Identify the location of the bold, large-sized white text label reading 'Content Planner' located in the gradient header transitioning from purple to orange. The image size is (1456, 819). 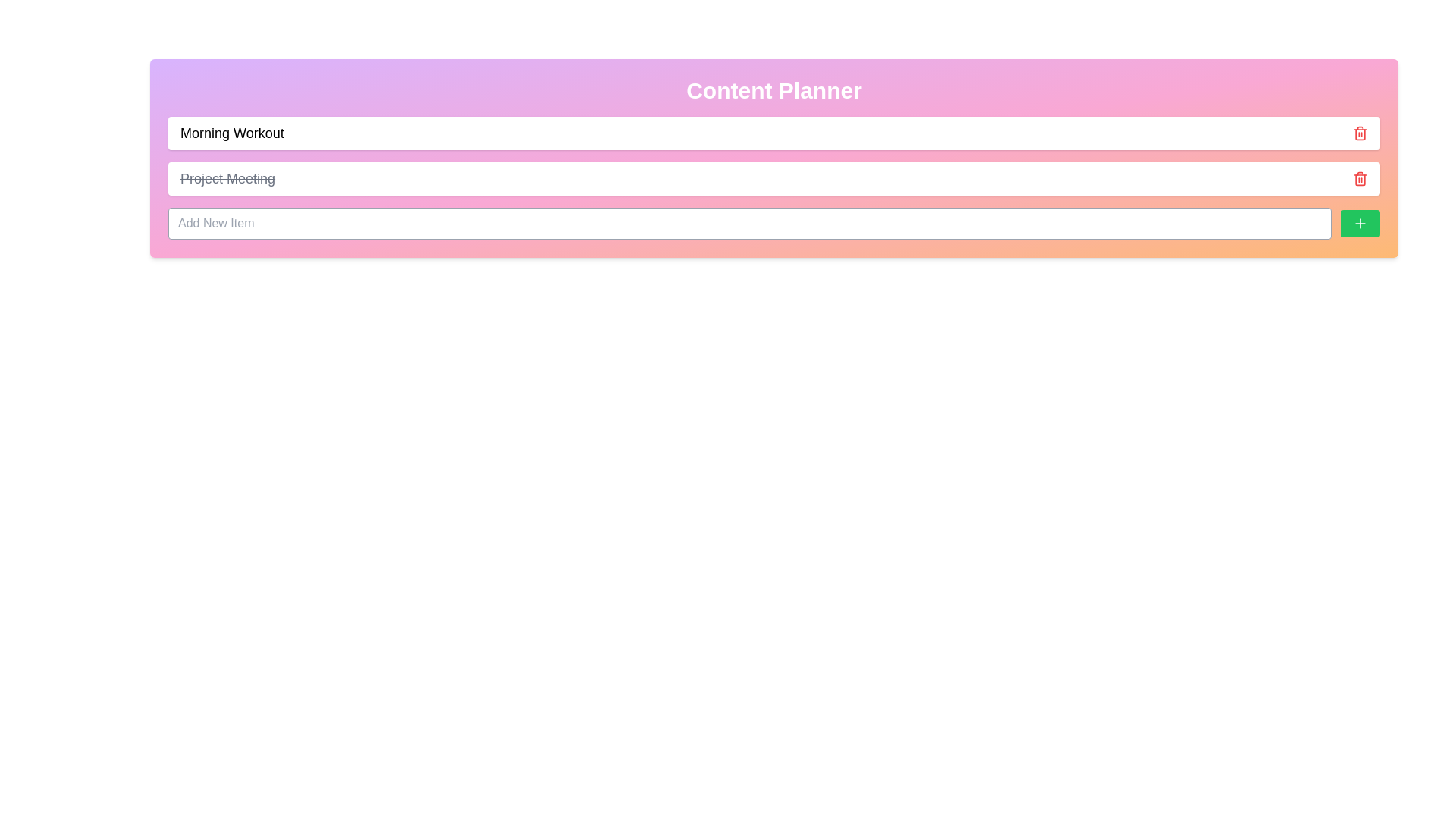
(774, 90).